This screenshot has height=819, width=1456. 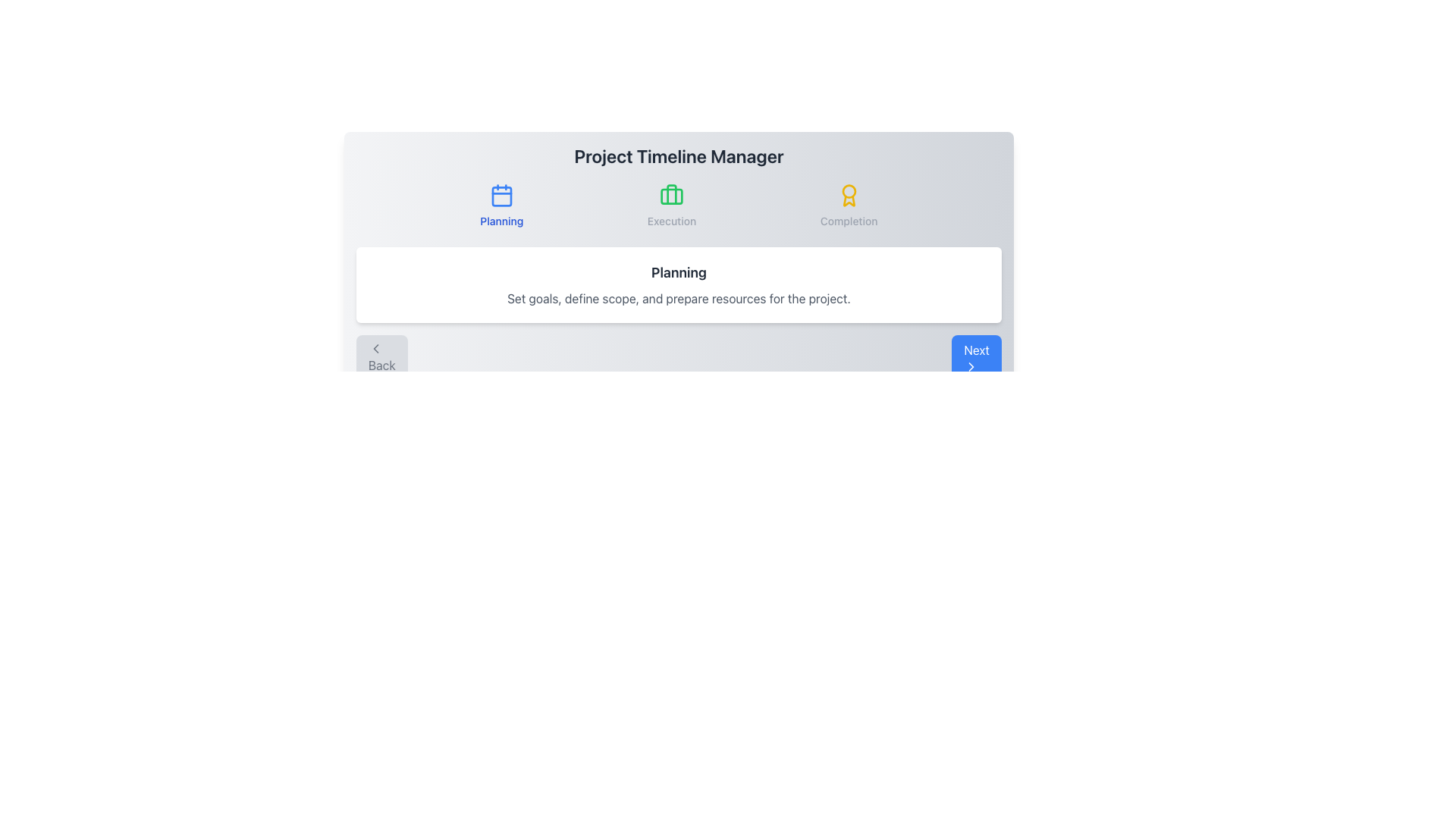 What do you see at coordinates (678, 262) in the screenshot?
I see `the text block that describes the 'Planning' phase to get more details about its objectives and scope` at bounding box center [678, 262].